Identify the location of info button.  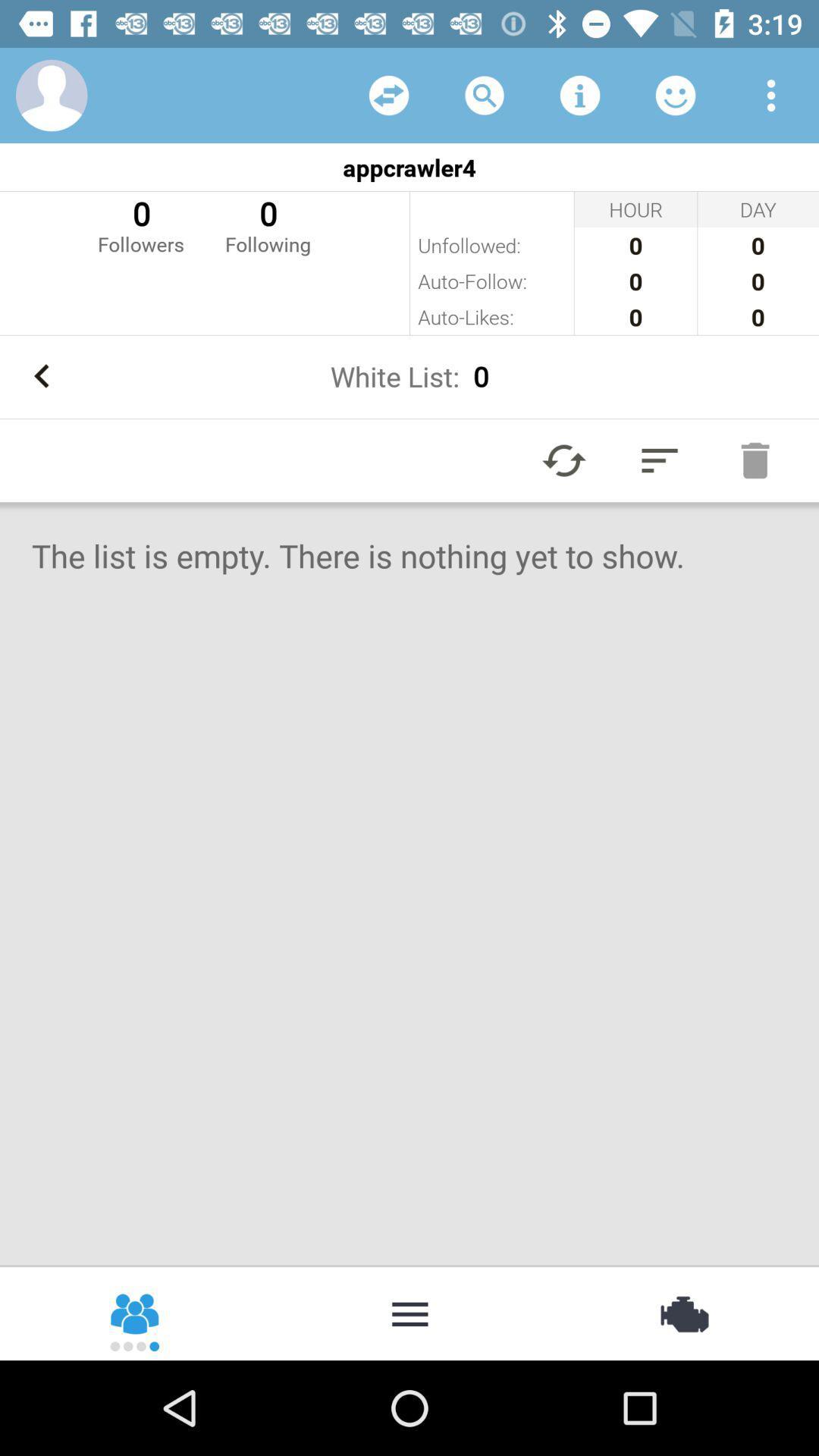
(579, 94).